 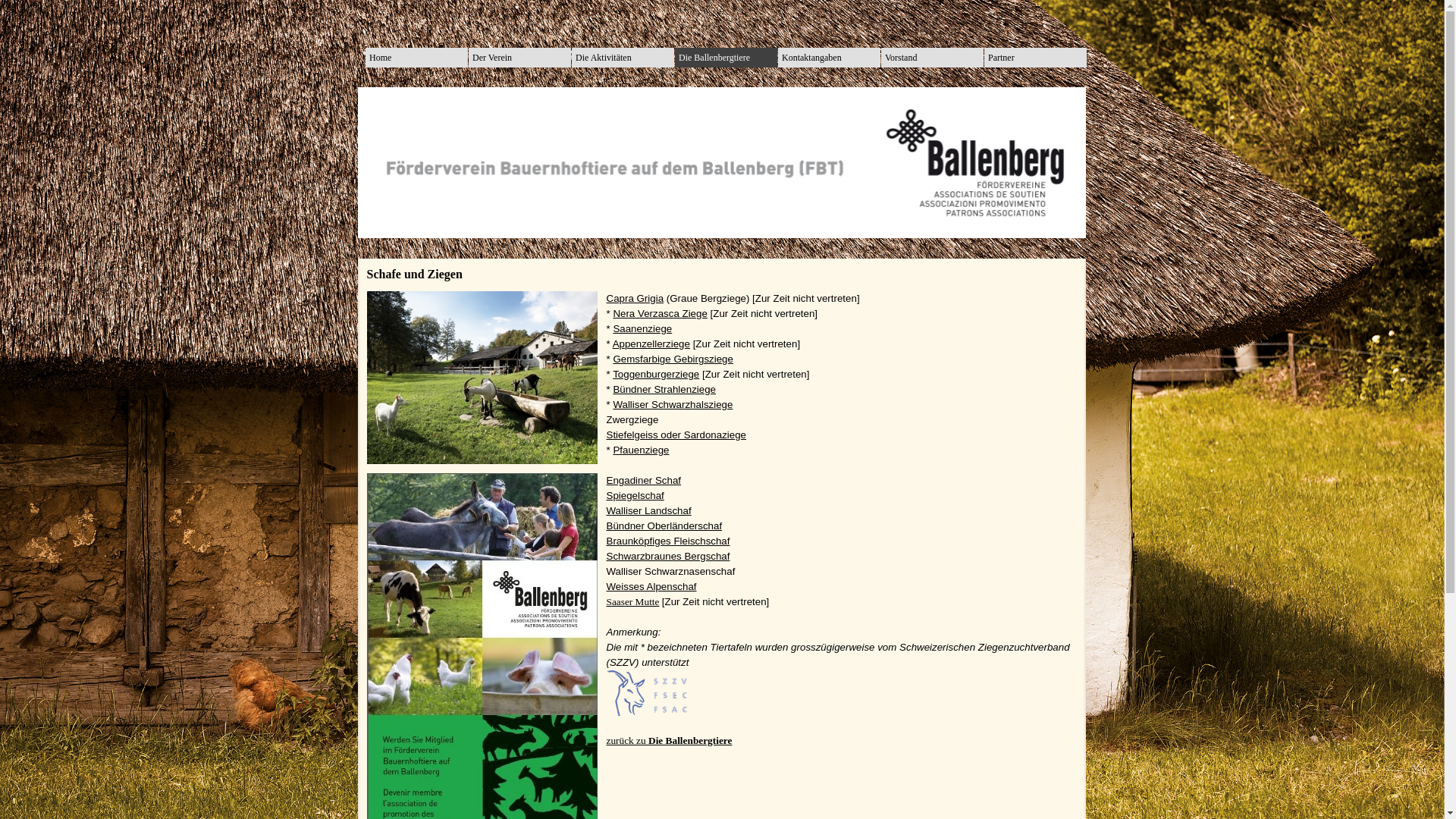 I want to click on 'Capra Grigia', so click(x=635, y=298).